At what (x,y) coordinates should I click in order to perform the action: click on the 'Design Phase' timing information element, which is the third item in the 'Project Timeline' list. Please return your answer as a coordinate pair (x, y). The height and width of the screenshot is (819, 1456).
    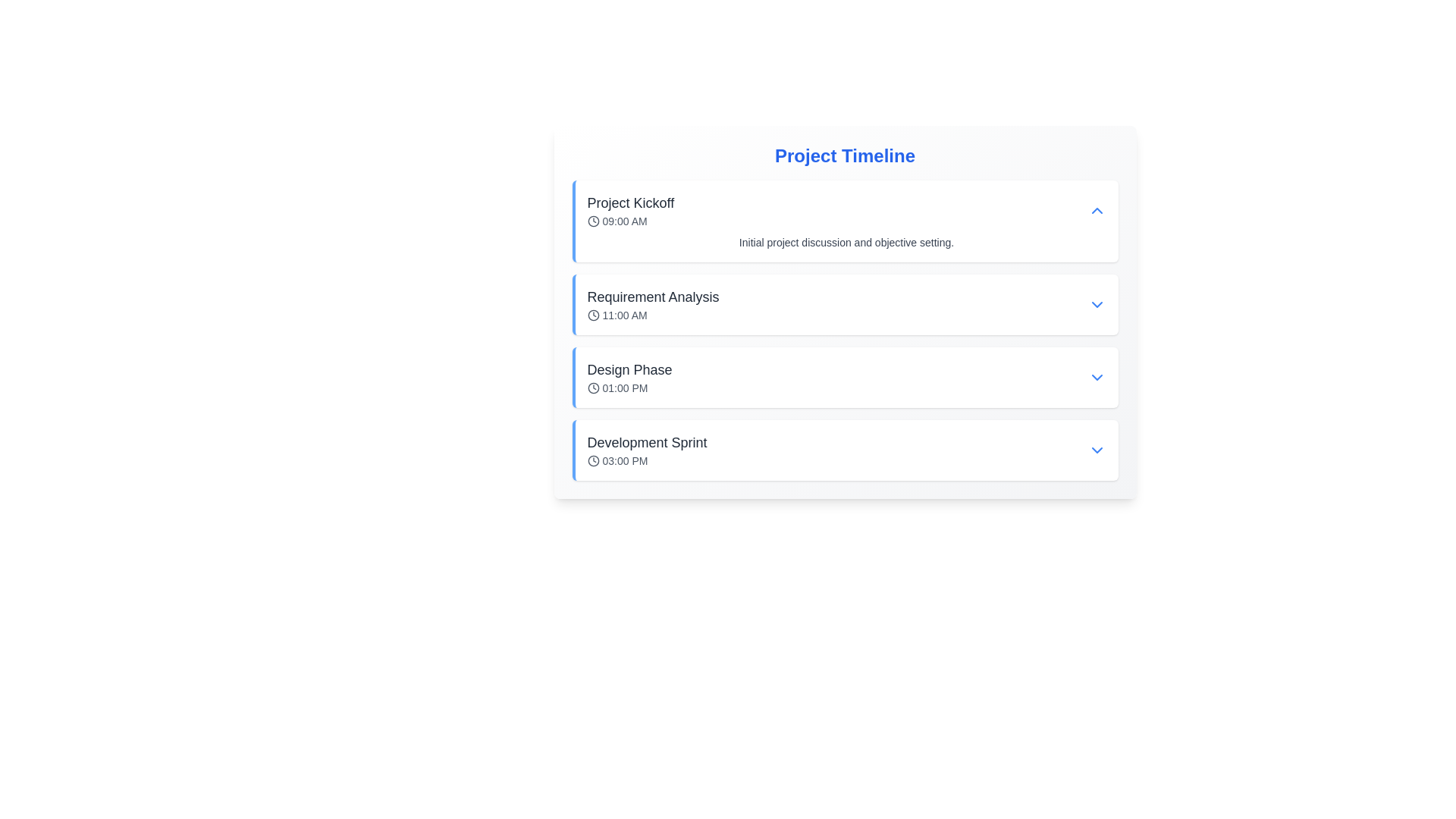
    Looking at the image, I should click on (846, 376).